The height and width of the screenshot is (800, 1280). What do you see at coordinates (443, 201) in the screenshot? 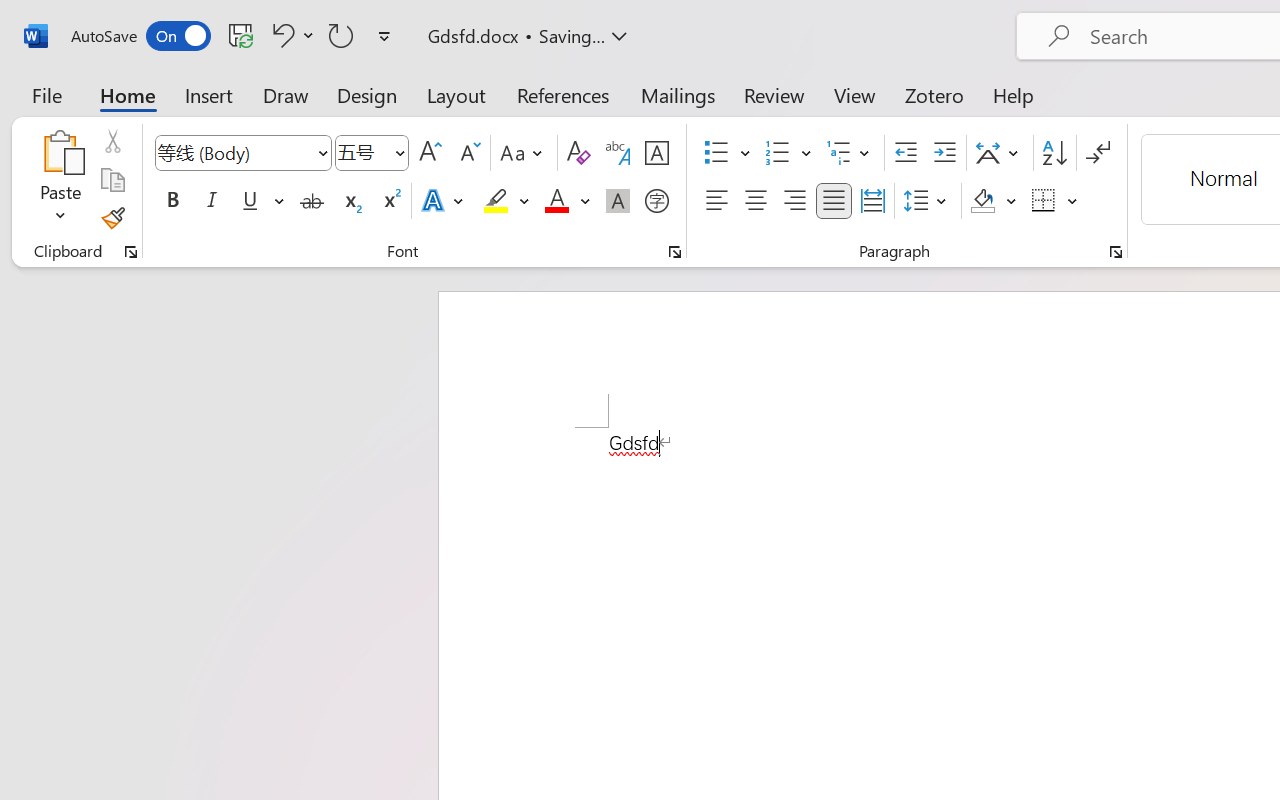
I see `'Text Effects and Typography'` at bounding box center [443, 201].